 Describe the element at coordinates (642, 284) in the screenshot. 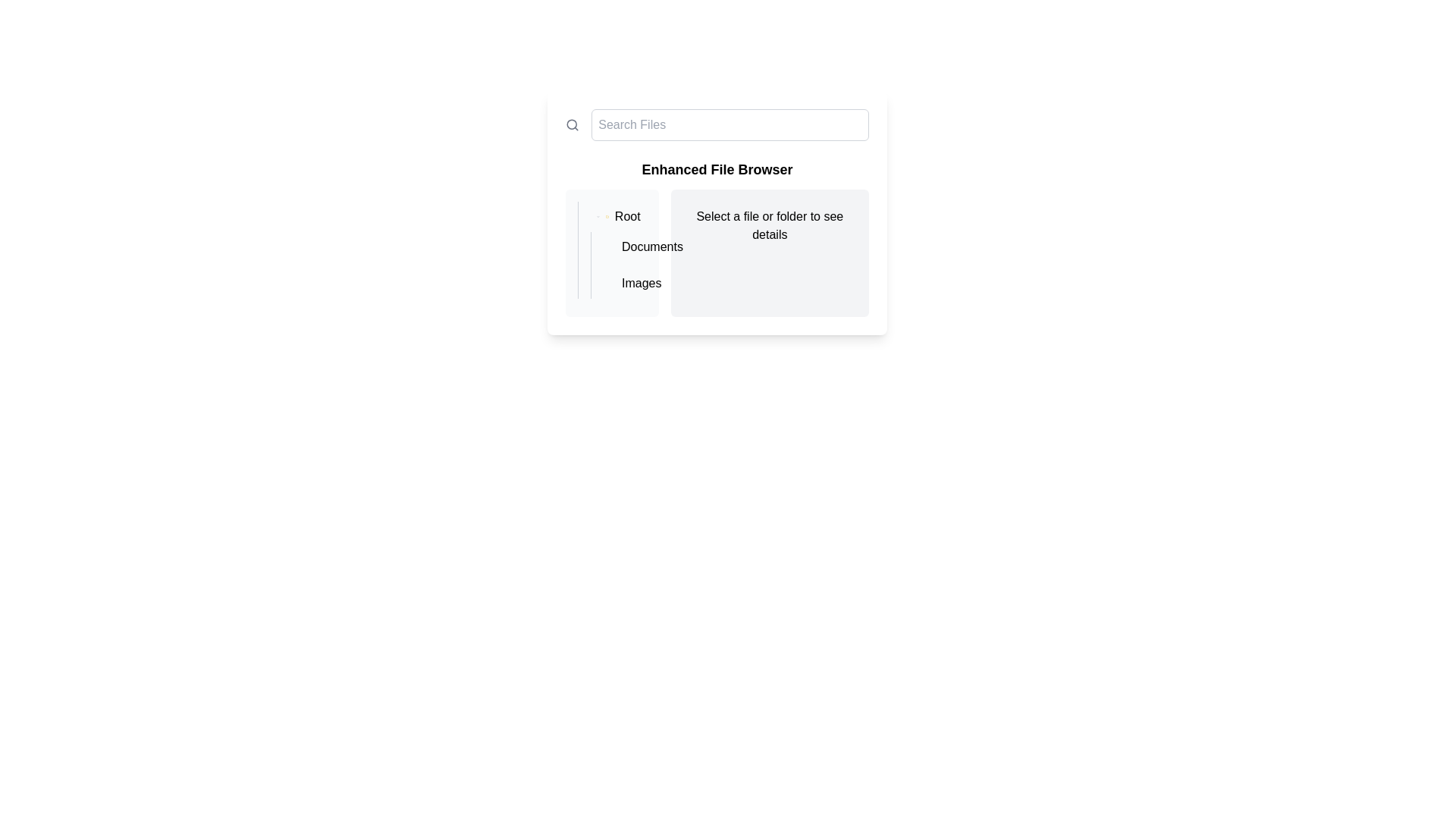

I see `the 'Images' text label in the file browser interface` at that location.